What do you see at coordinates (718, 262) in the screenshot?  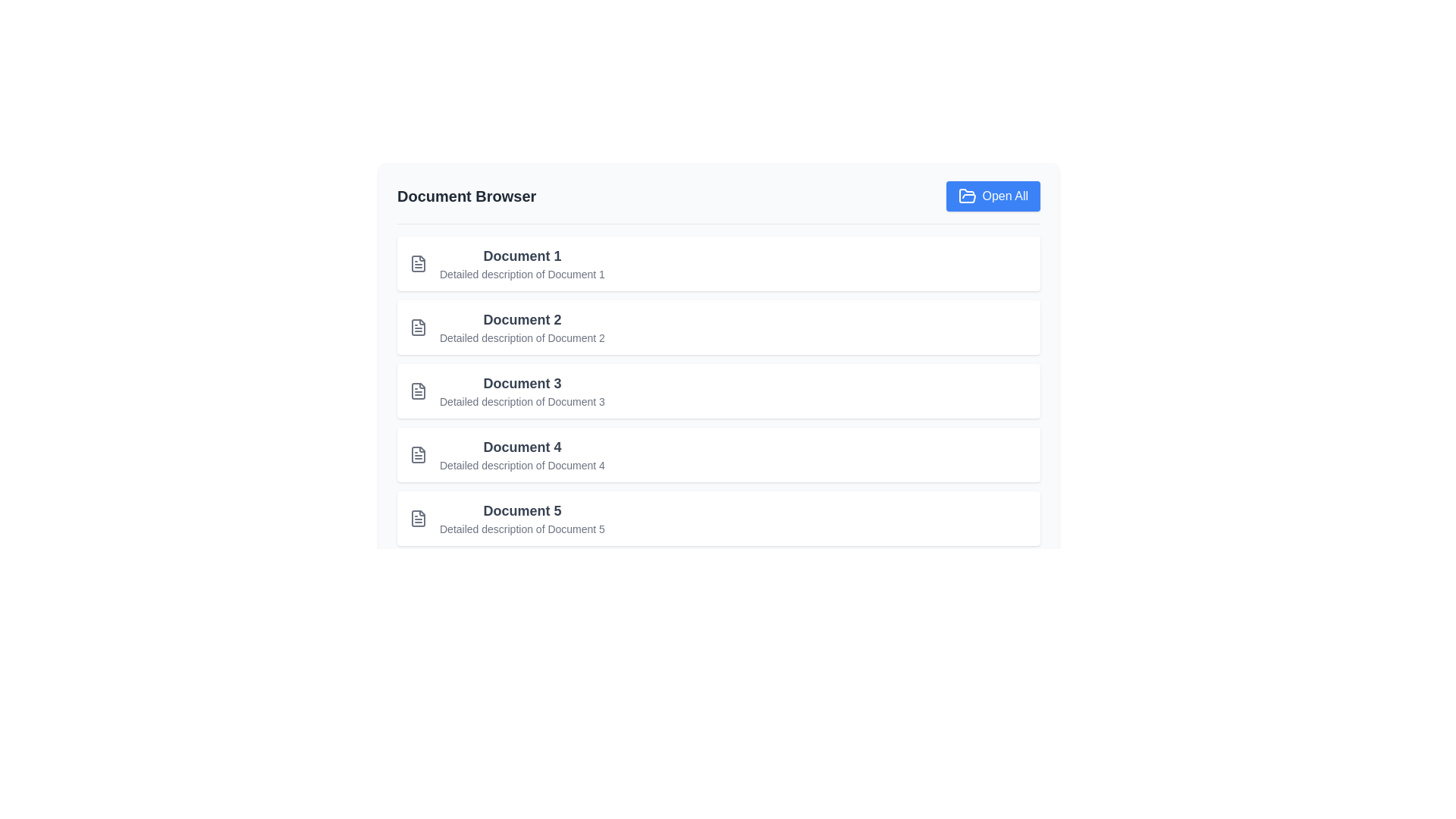 I see `the first card listing titled 'Document 1' in the Document Browser by moving the cursor to its center` at bounding box center [718, 262].